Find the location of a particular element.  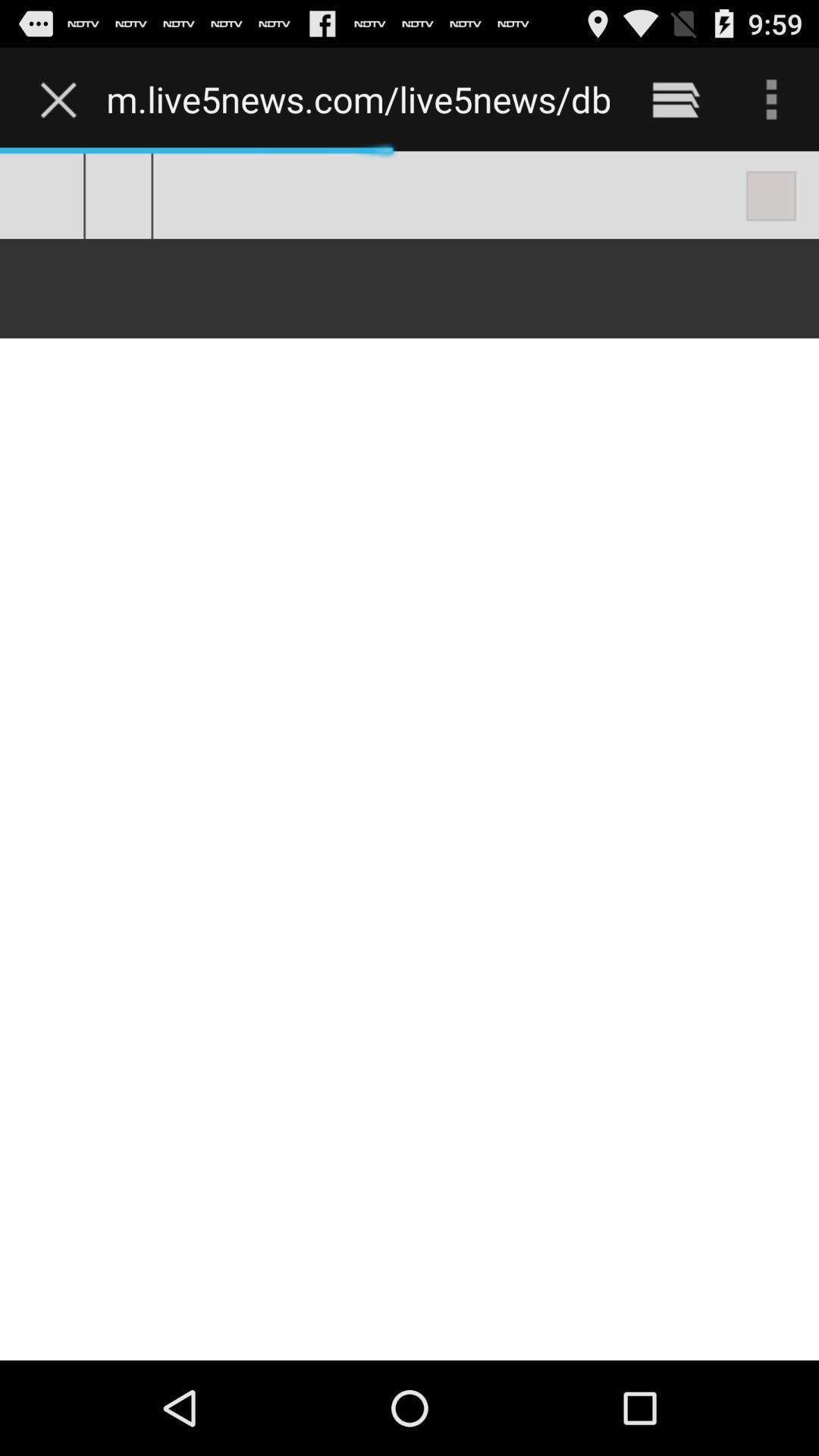

the m live5news com item is located at coordinates (358, 99).